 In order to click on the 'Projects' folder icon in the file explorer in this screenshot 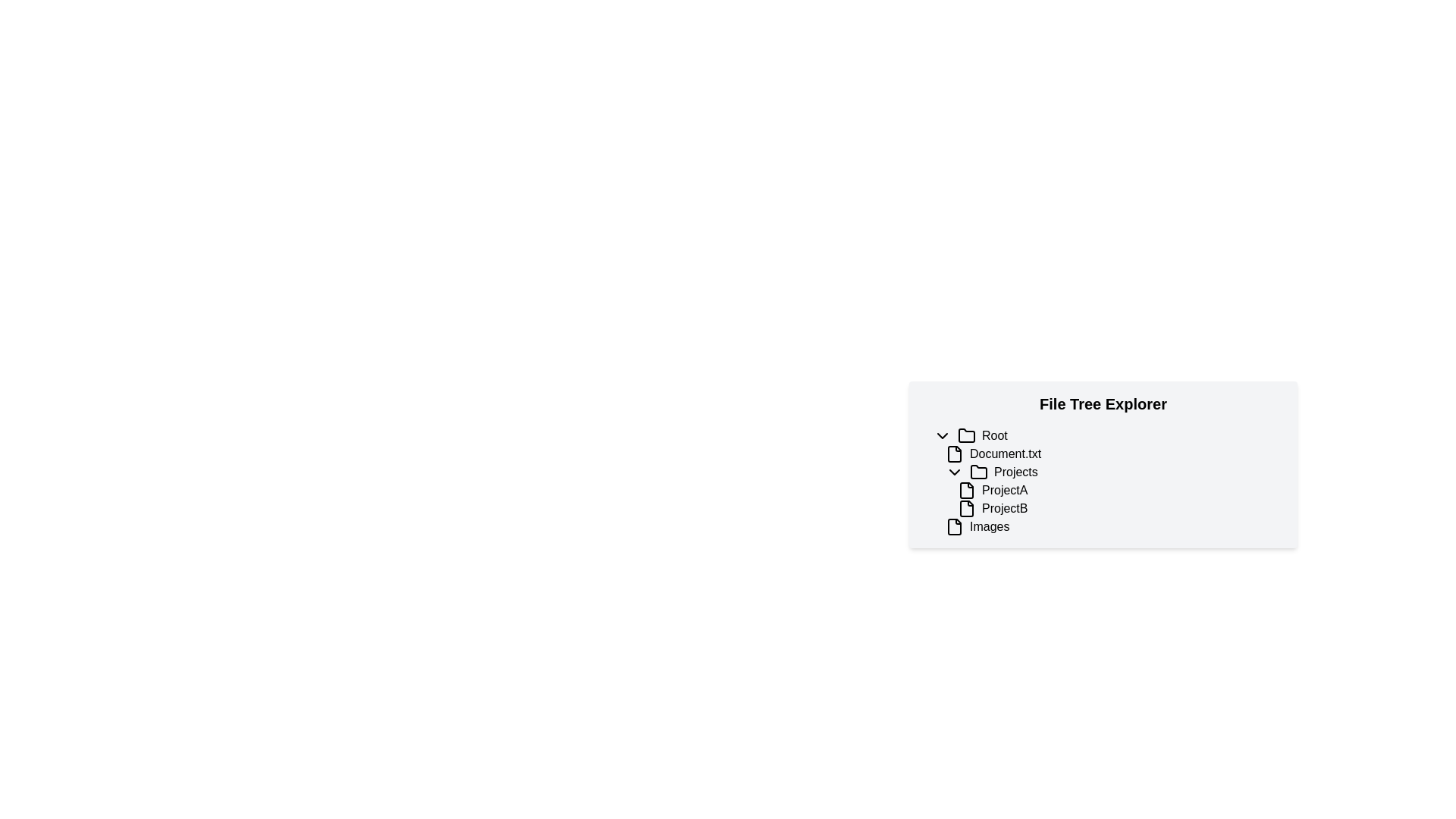, I will do `click(979, 470)`.